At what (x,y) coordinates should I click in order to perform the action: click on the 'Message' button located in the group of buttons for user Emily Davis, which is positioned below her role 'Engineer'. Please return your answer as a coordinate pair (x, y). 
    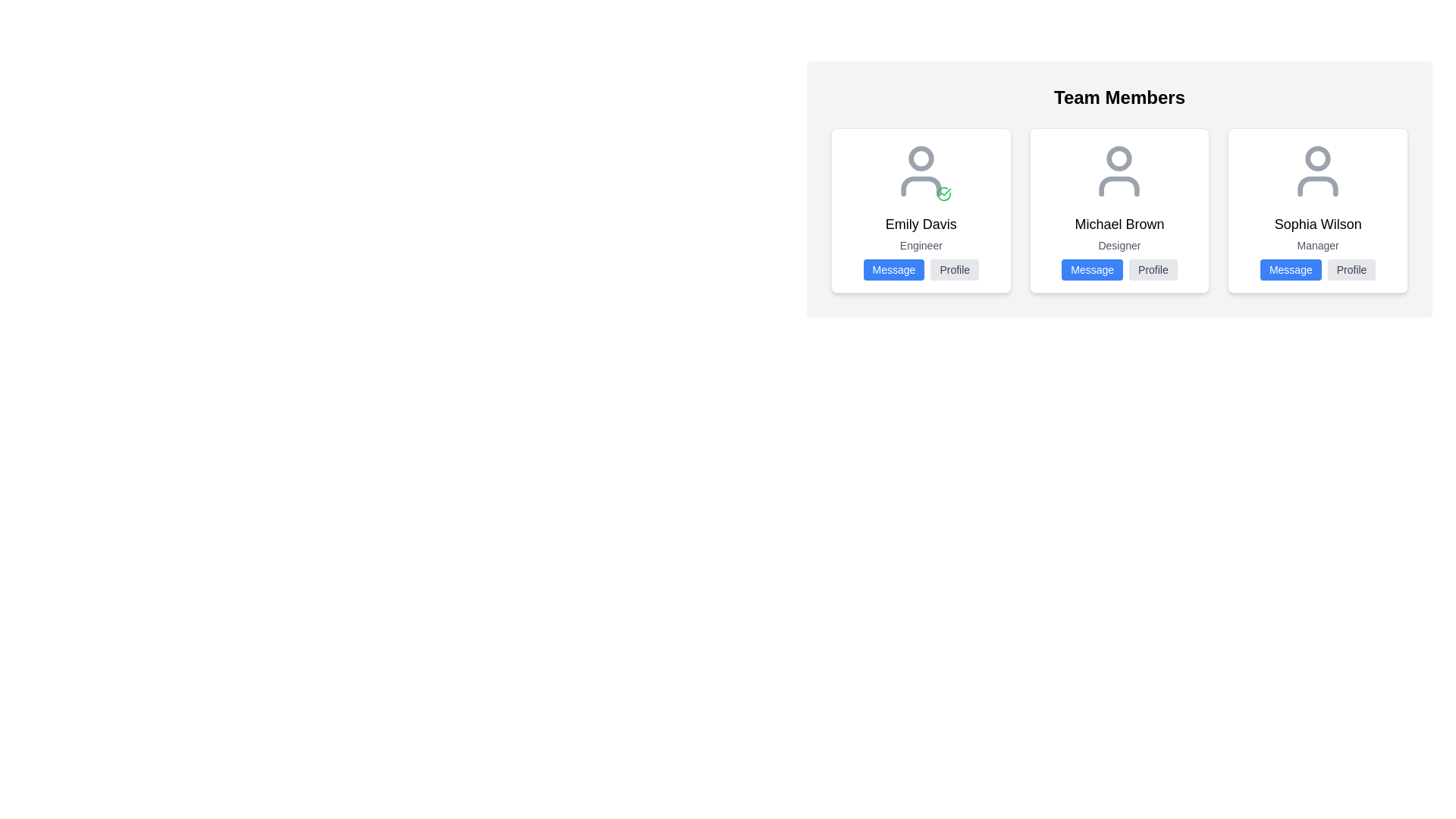
    Looking at the image, I should click on (920, 268).